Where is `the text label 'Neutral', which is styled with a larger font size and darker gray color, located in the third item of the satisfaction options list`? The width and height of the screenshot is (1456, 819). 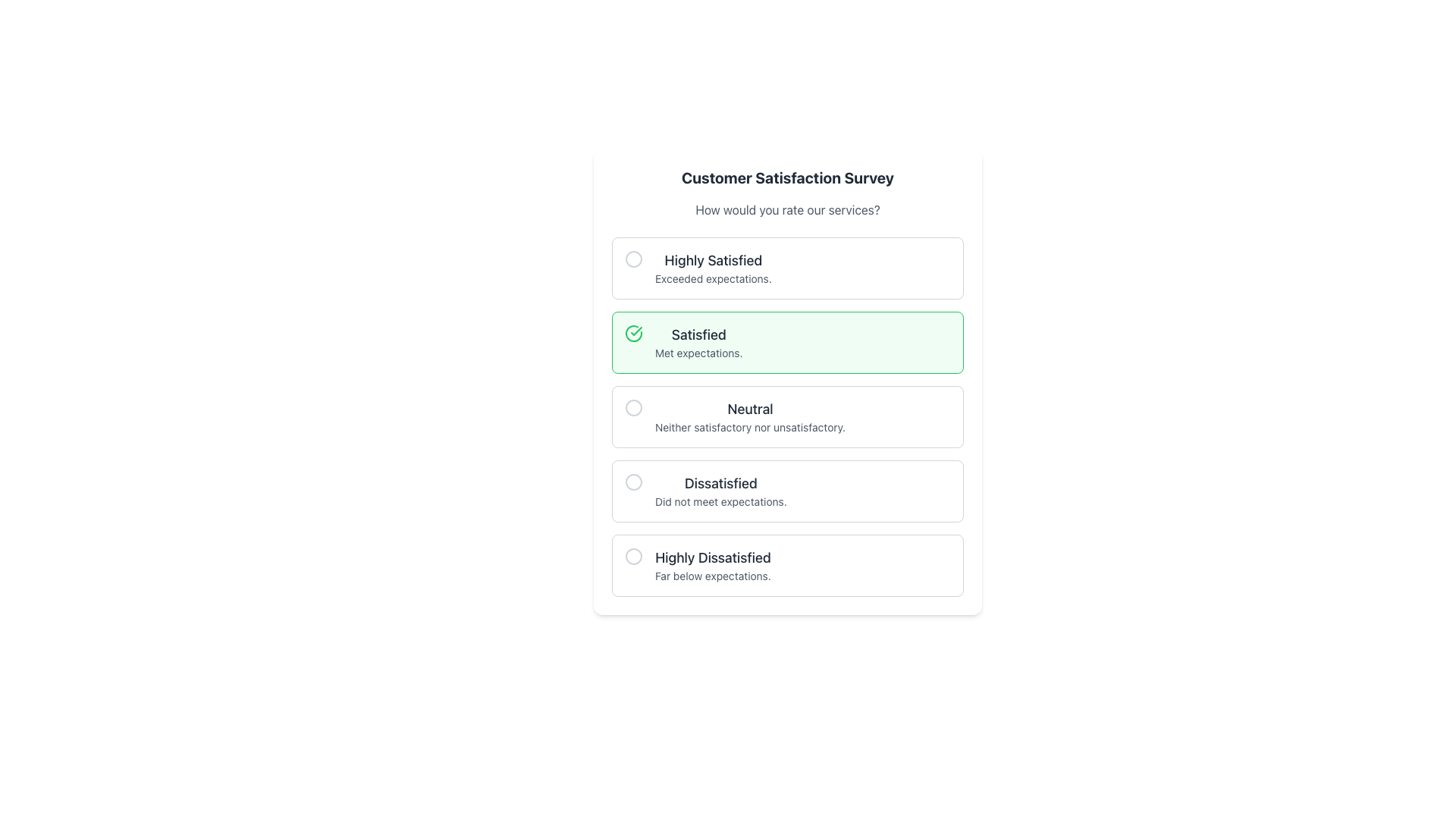 the text label 'Neutral', which is styled with a larger font size and darker gray color, located in the third item of the satisfaction options list is located at coordinates (750, 409).